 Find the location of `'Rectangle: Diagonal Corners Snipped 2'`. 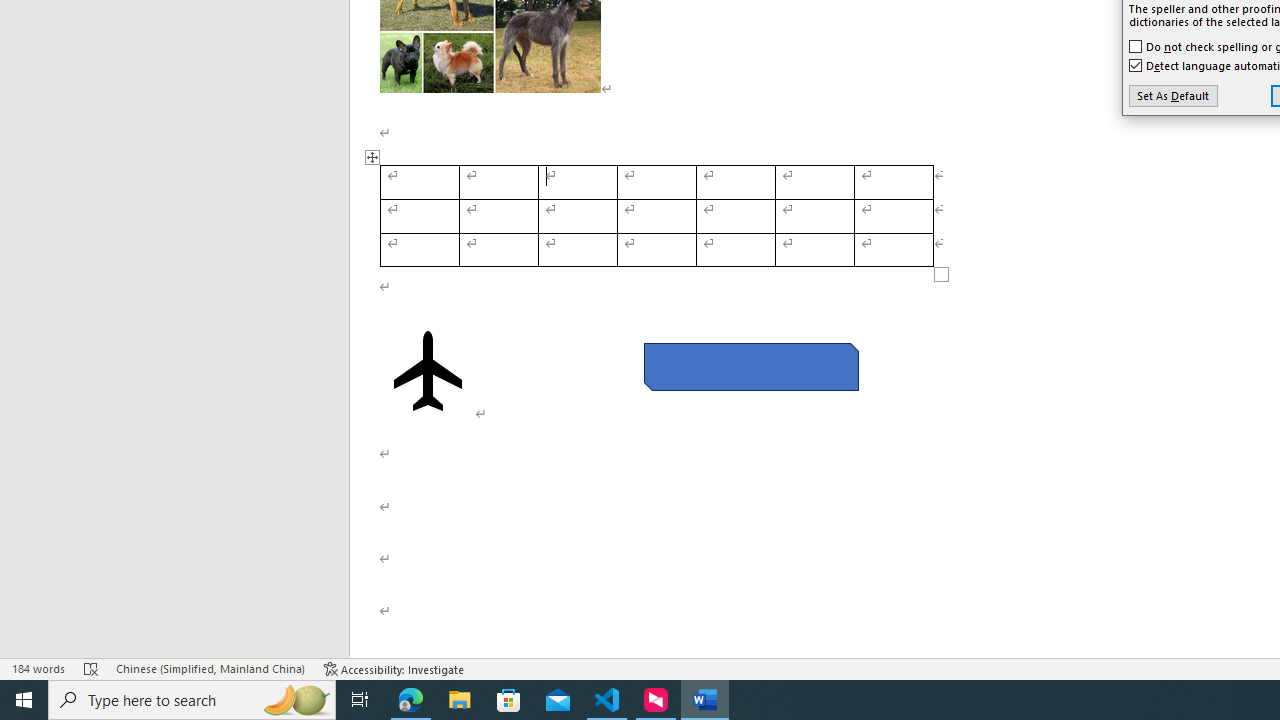

'Rectangle: Diagonal Corners Snipped 2' is located at coordinates (750, 366).